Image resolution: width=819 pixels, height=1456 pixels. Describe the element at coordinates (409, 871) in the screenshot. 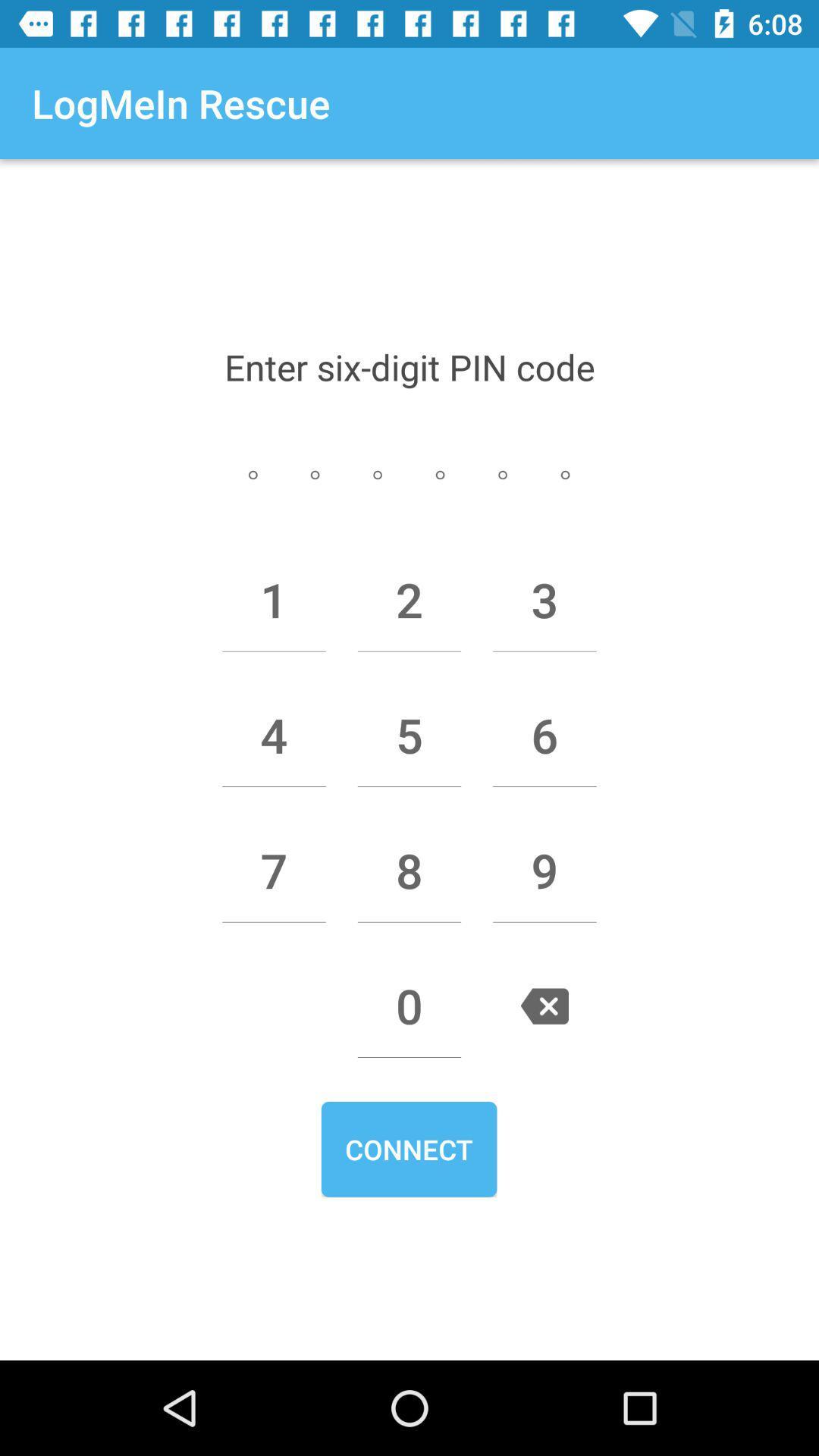

I see `the 8 icon` at that location.